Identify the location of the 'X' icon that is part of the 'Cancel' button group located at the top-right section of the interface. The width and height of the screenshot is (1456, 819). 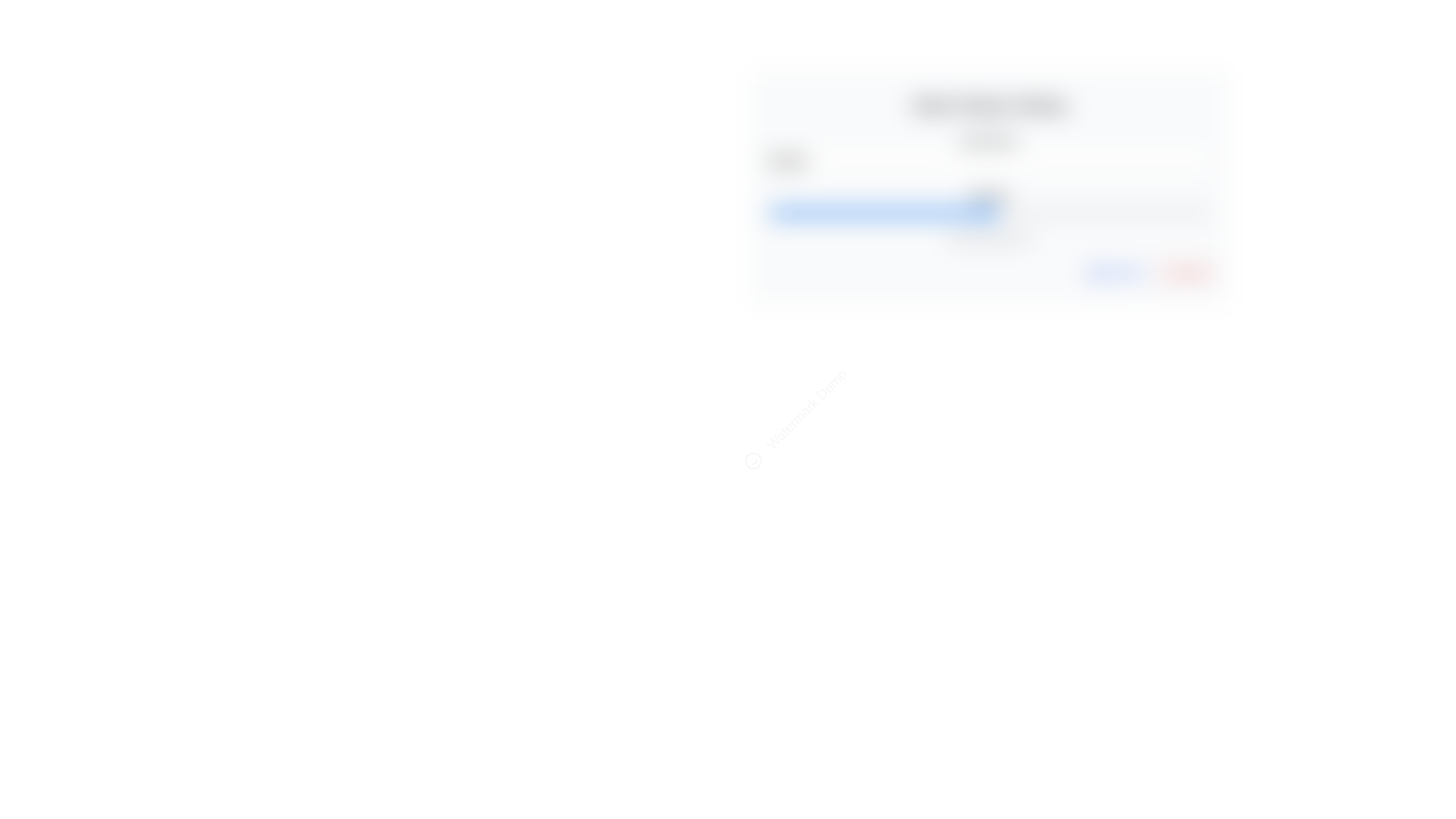
(1164, 271).